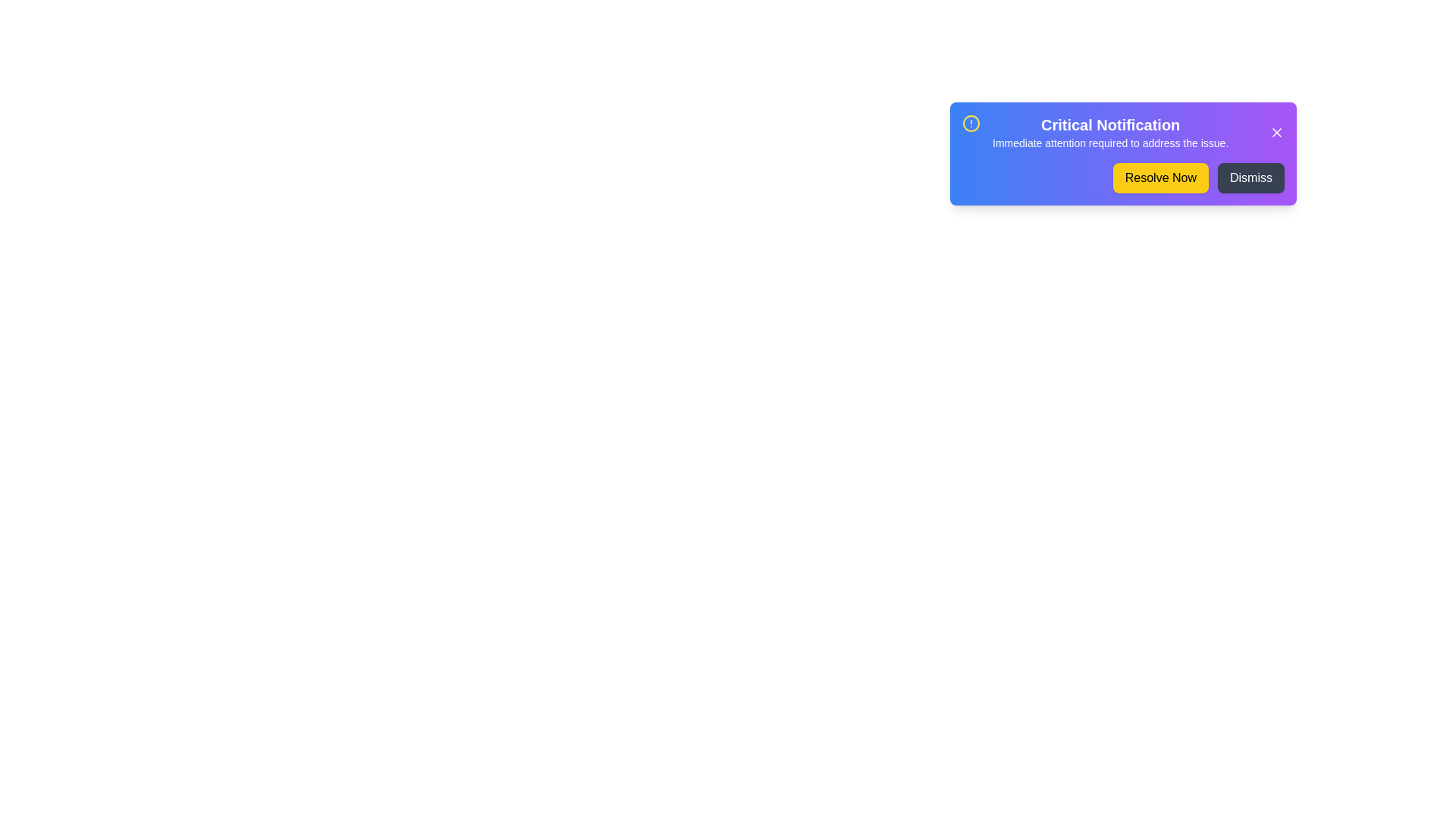 The height and width of the screenshot is (819, 1456). I want to click on the 'X' icon located in the top-right corner of the notification bar, so click(1276, 131).